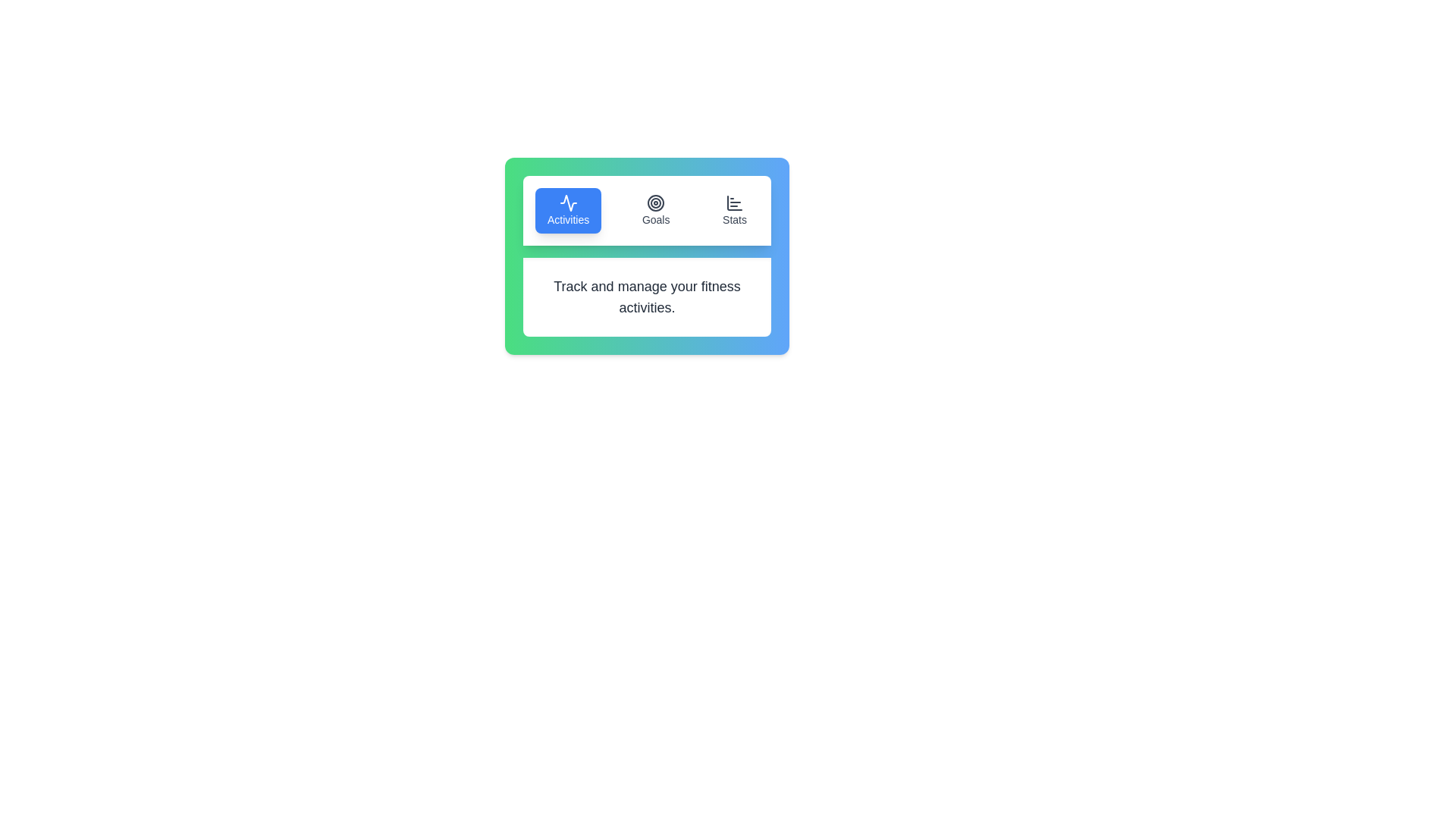 This screenshot has height=819, width=1456. What do you see at coordinates (656, 210) in the screenshot?
I see `the Goals tab to switch content` at bounding box center [656, 210].